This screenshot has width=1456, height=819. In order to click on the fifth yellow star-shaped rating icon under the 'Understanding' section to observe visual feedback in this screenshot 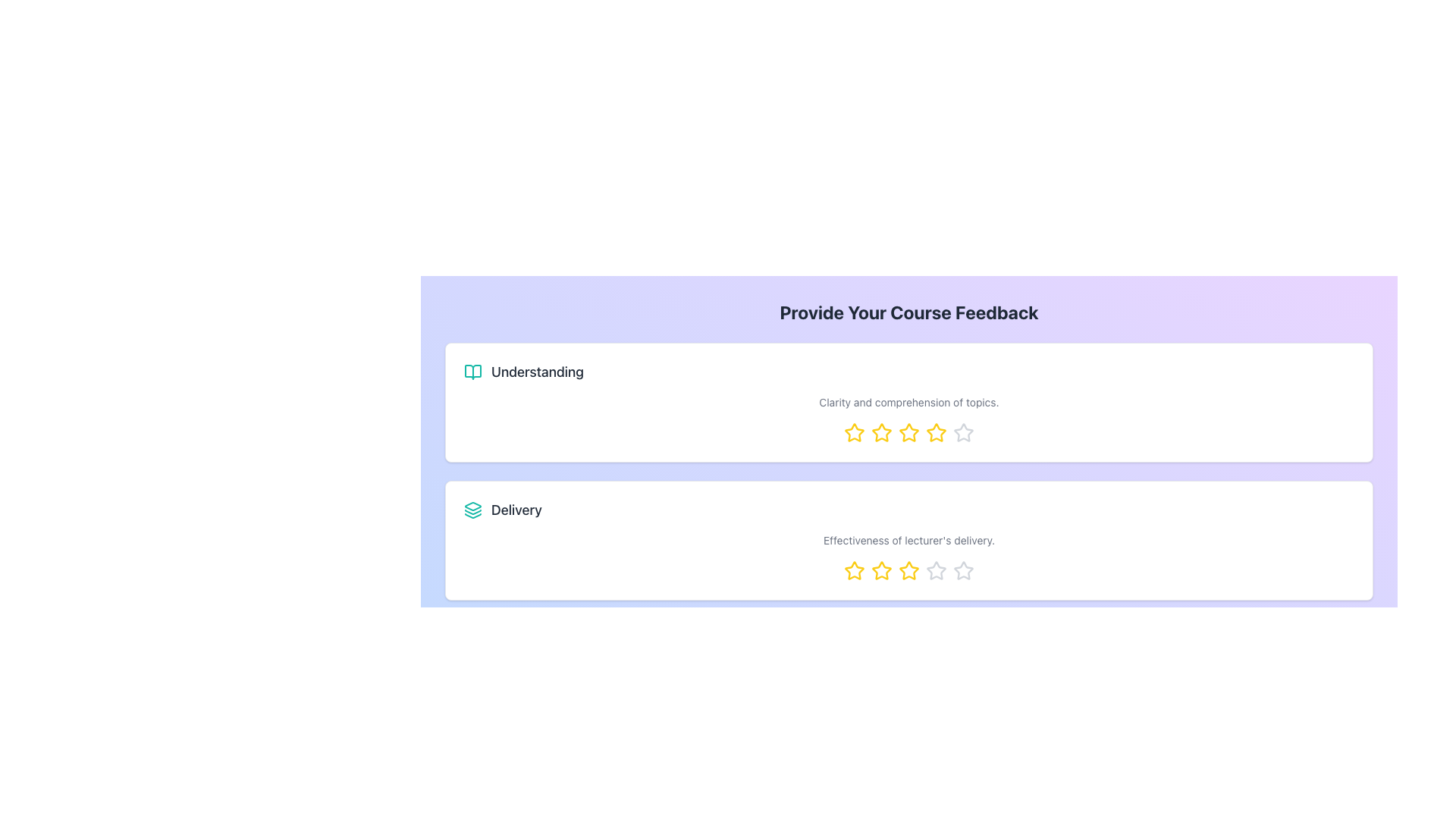, I will do `click(935, 432)`.